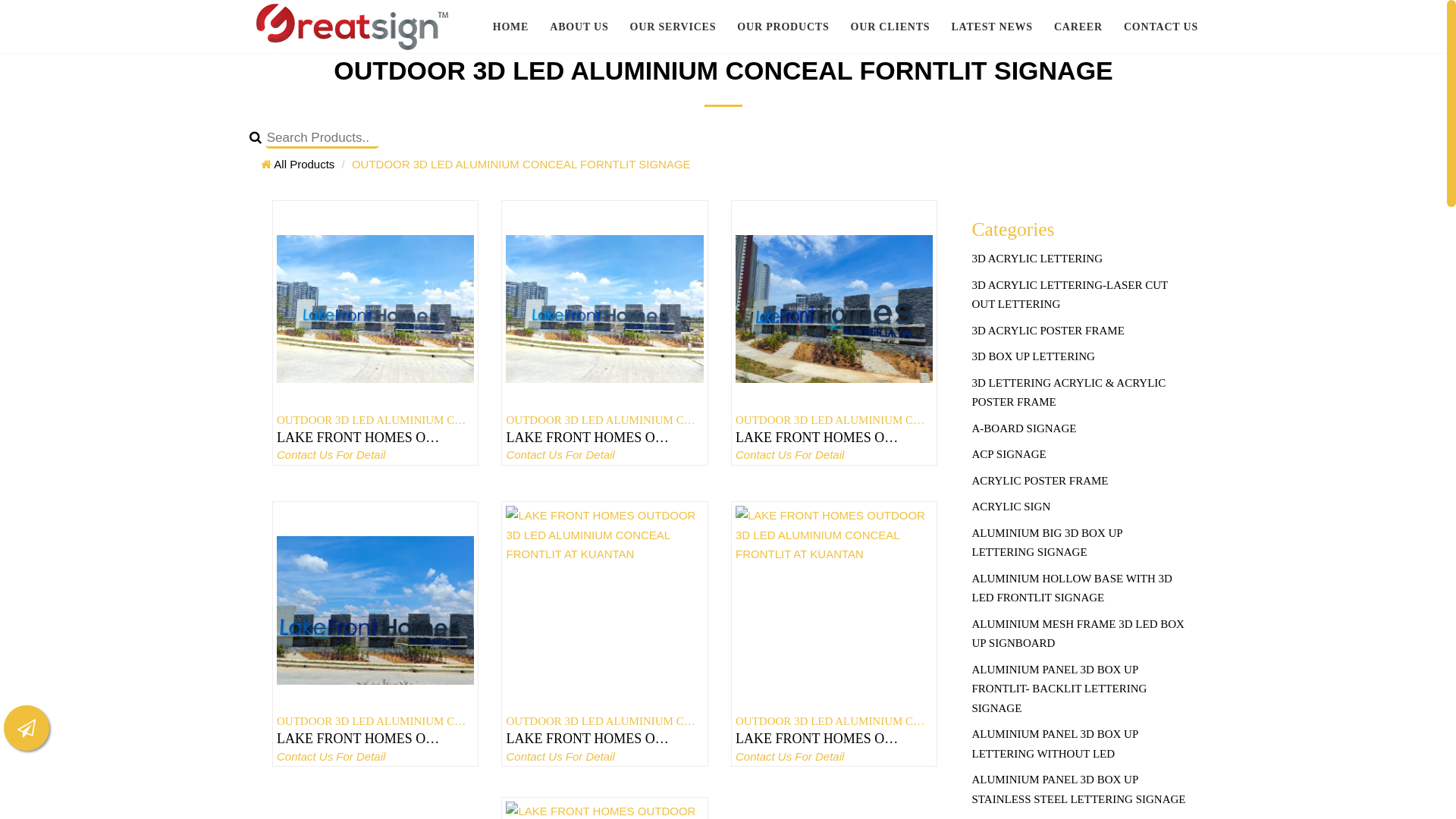 The width and height of the screenshot is (1456, 819). I want to click on 'ALUMINIUM PANEL 3D BOX UP LETTERING WITHOUT LED', so click(1078, 743).